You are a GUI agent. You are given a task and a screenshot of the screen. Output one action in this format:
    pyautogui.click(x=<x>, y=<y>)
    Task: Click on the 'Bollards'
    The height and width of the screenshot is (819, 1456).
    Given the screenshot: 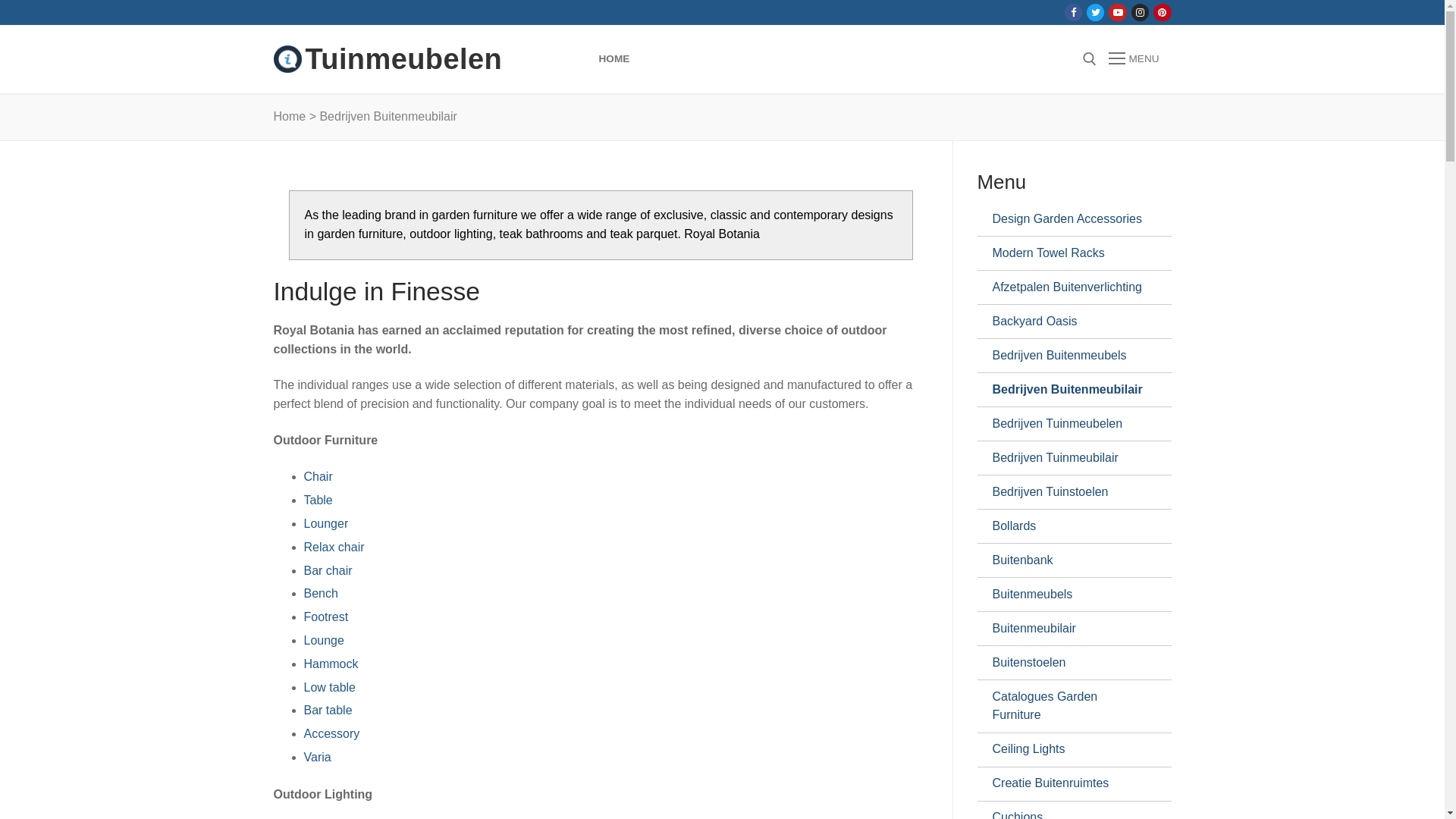 What is the action you would take?
    pyautogui.click(x=1066, y=526)
    